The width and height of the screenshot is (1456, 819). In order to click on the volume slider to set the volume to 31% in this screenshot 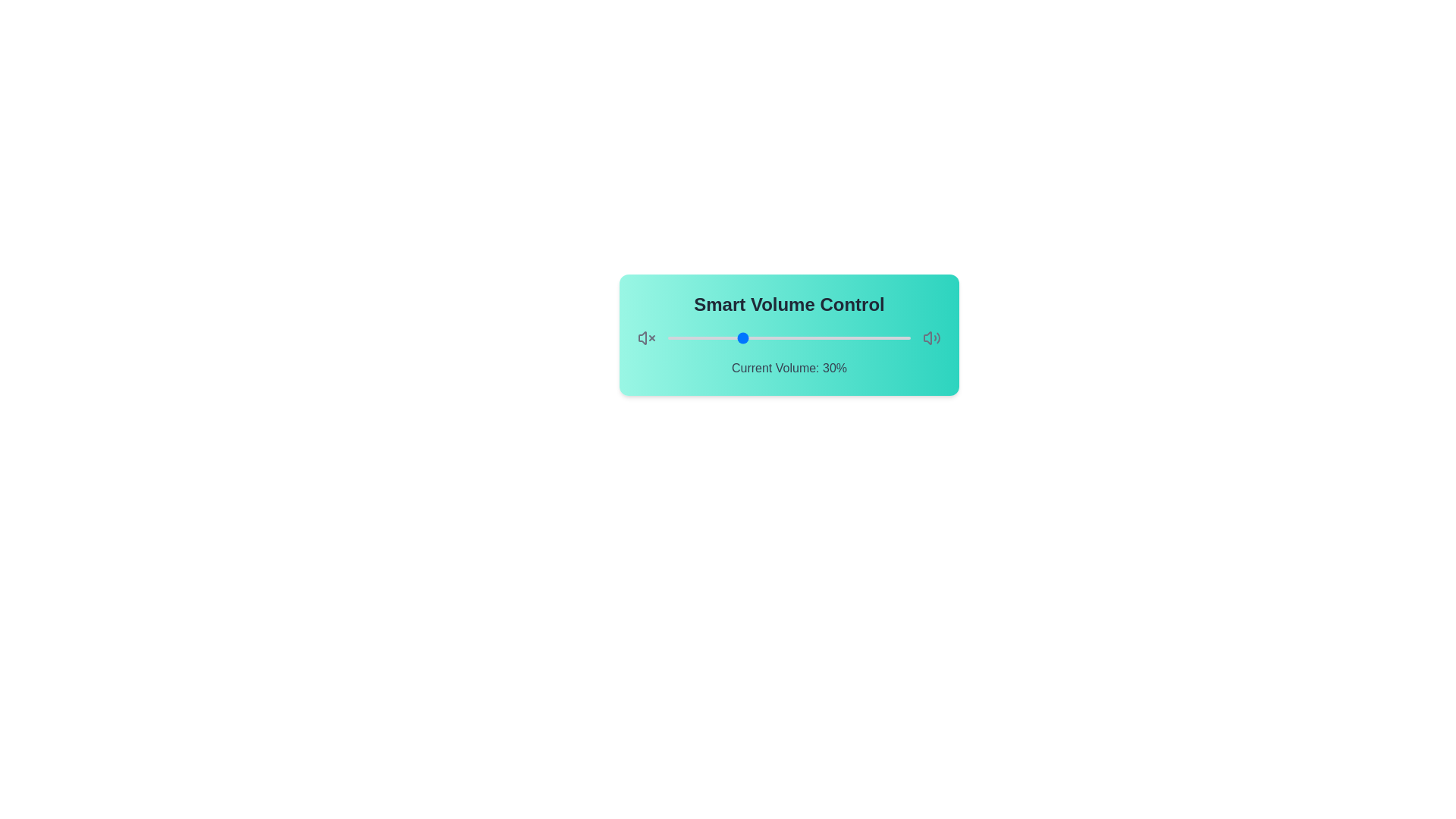, I will do `click(743, 337)`.